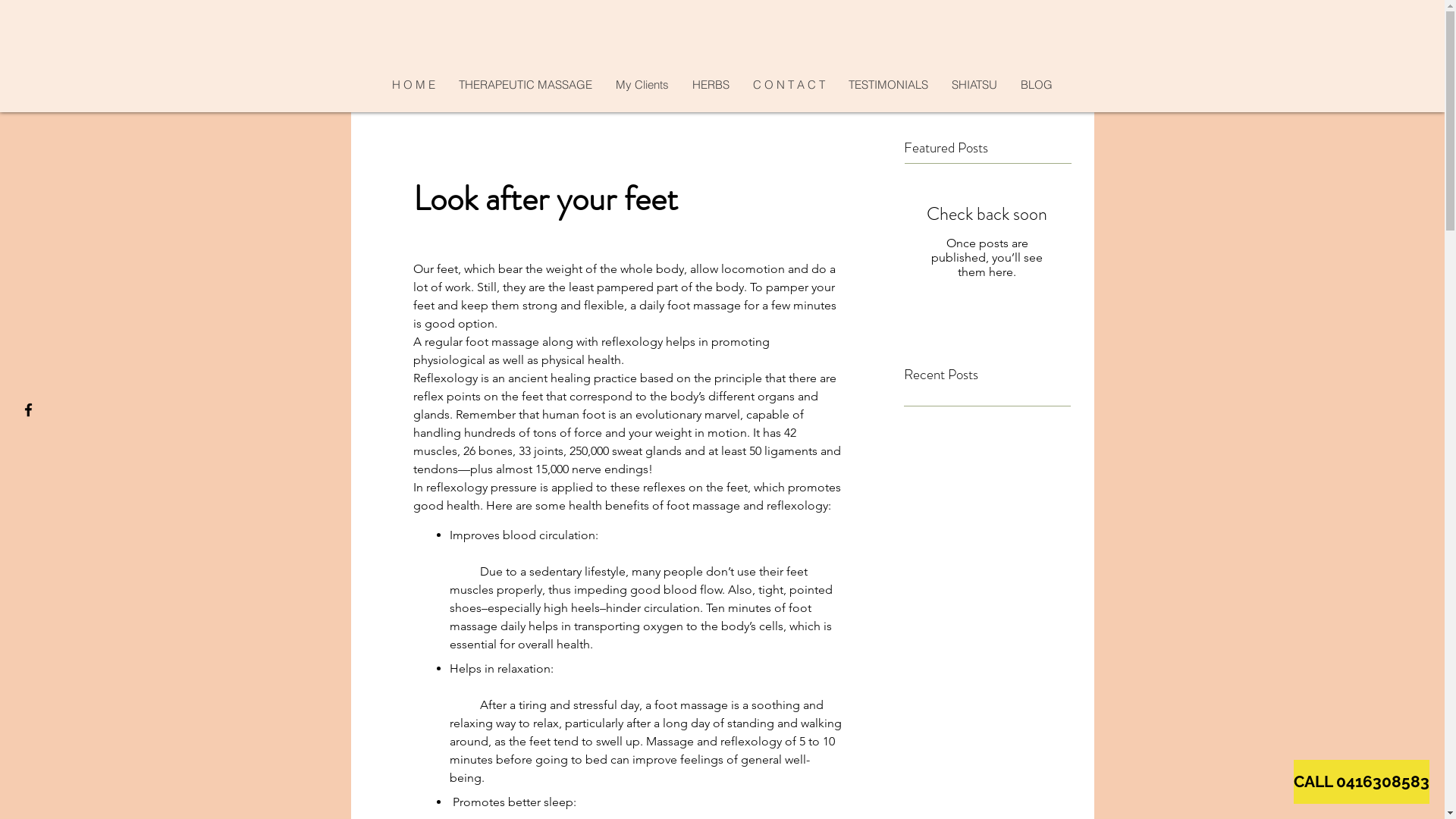 This screenshot has height=819, width=1456. Describe the element at coordinates (789, 84) in the screenshot. I see `'C O N T A C T'` at that location.